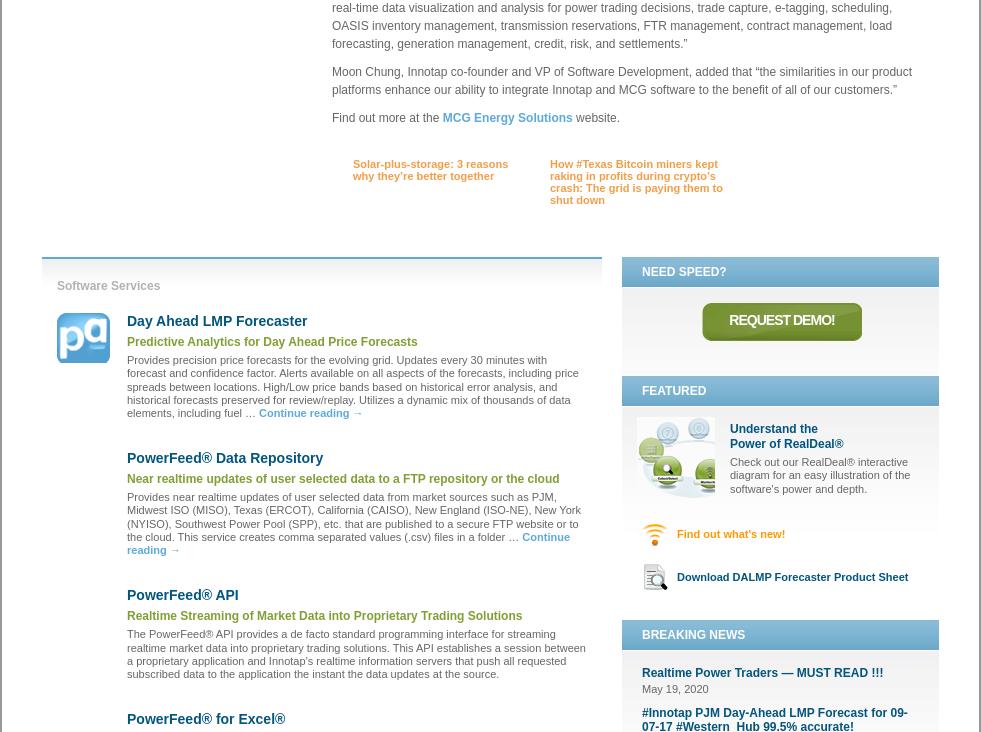  Describe the element at coordinates (693, 632) in the screenshot. I see `'Breaking News'` at that location.